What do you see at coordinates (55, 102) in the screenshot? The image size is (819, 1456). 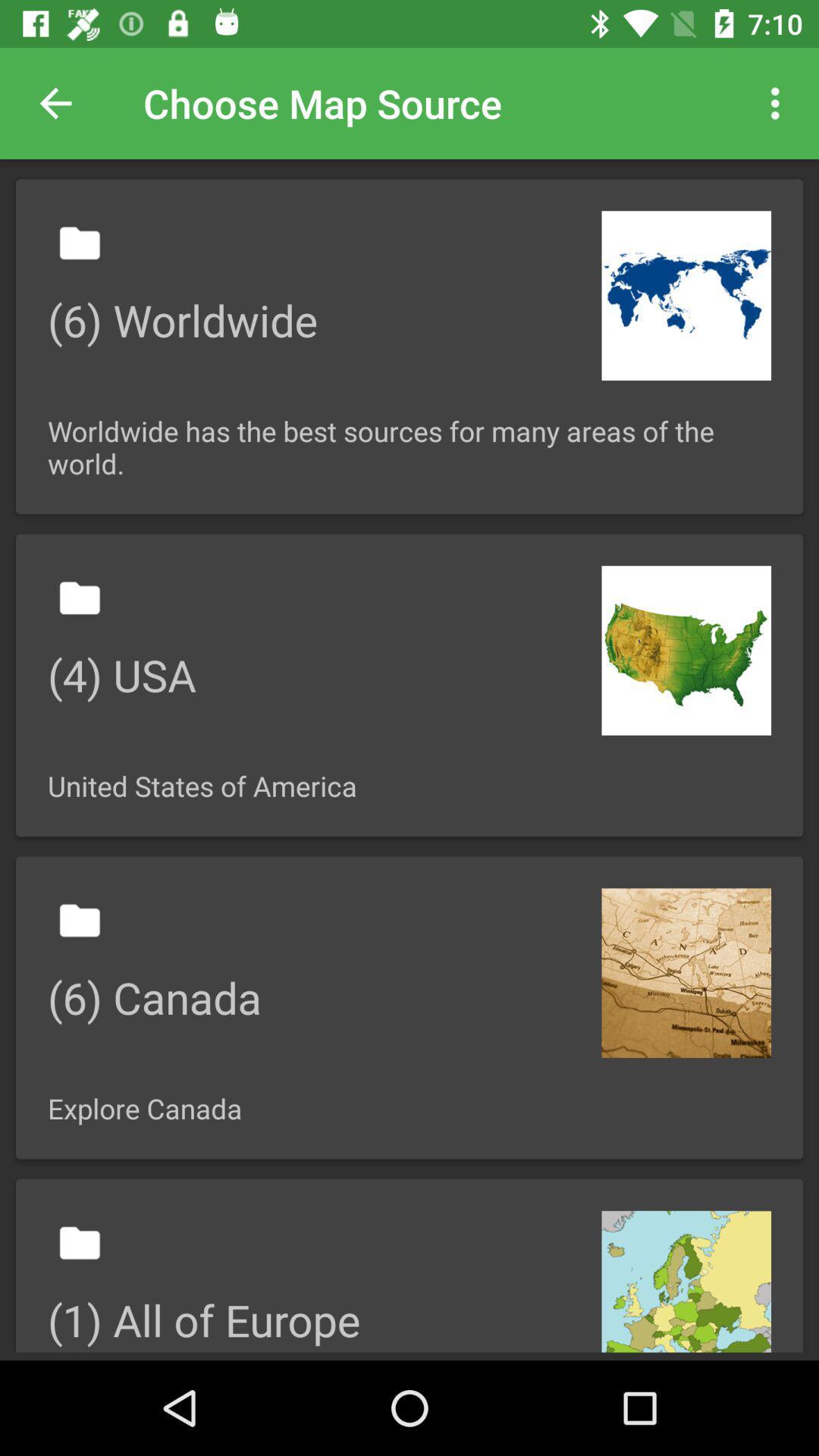 I see `icon next to the choose map source icon` at bounding box center [55, 102].